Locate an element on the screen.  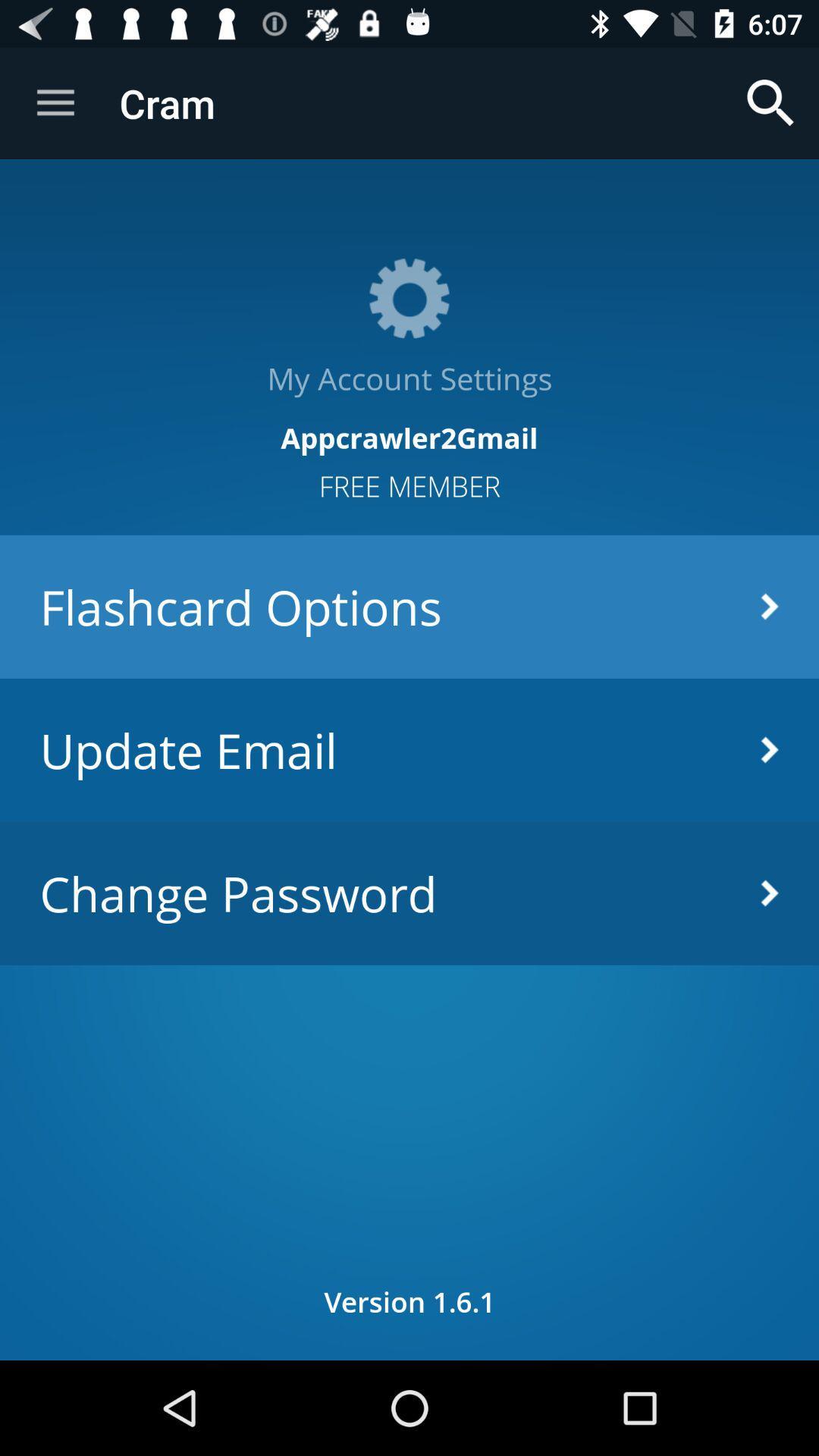
item above the my account settings is located at coordinates (55, 102).